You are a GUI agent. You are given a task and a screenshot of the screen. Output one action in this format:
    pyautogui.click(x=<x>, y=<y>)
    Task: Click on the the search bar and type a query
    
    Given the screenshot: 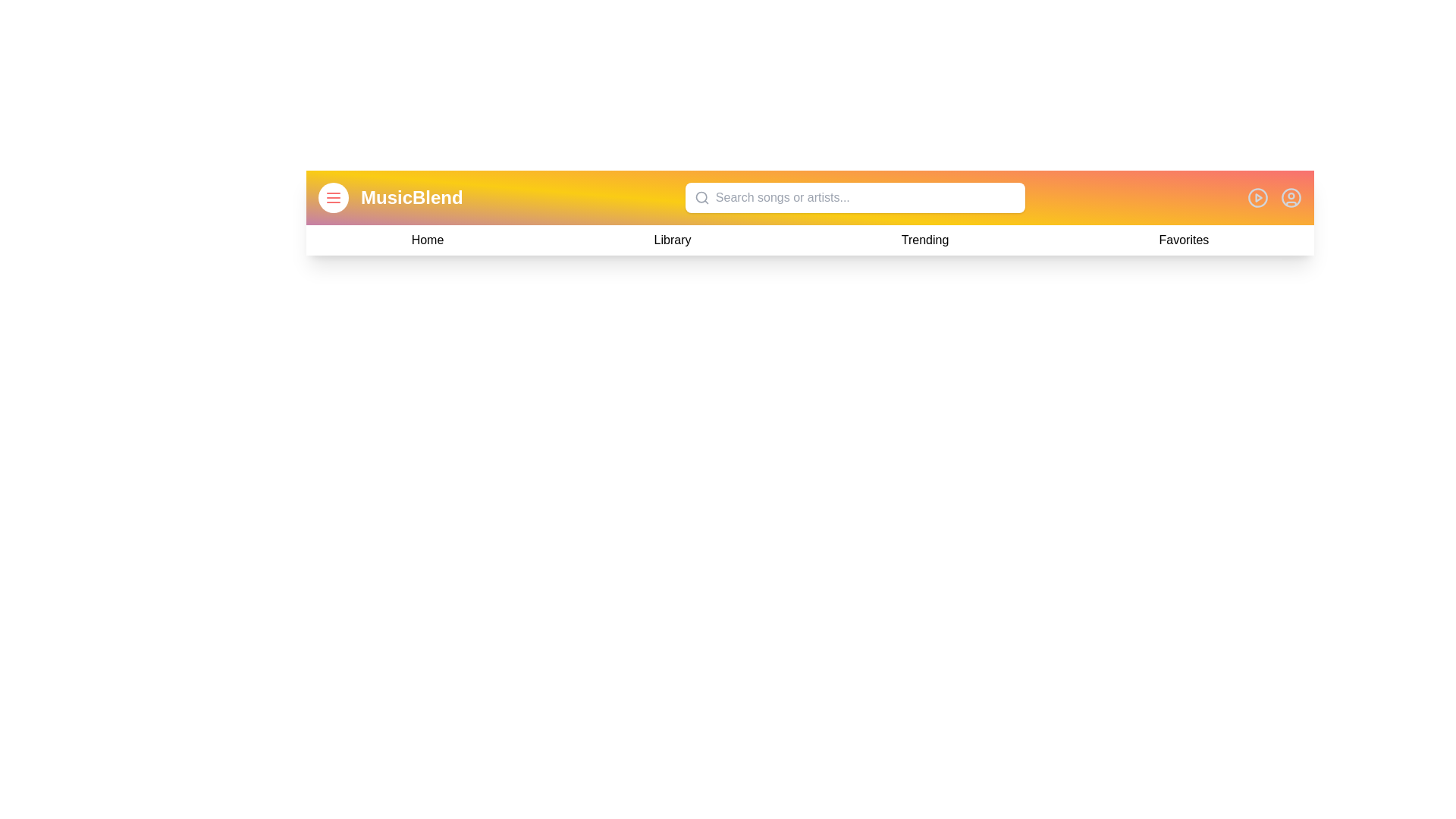 What is the action you would take?
    pyautogui.click(x=855, y=197)
    